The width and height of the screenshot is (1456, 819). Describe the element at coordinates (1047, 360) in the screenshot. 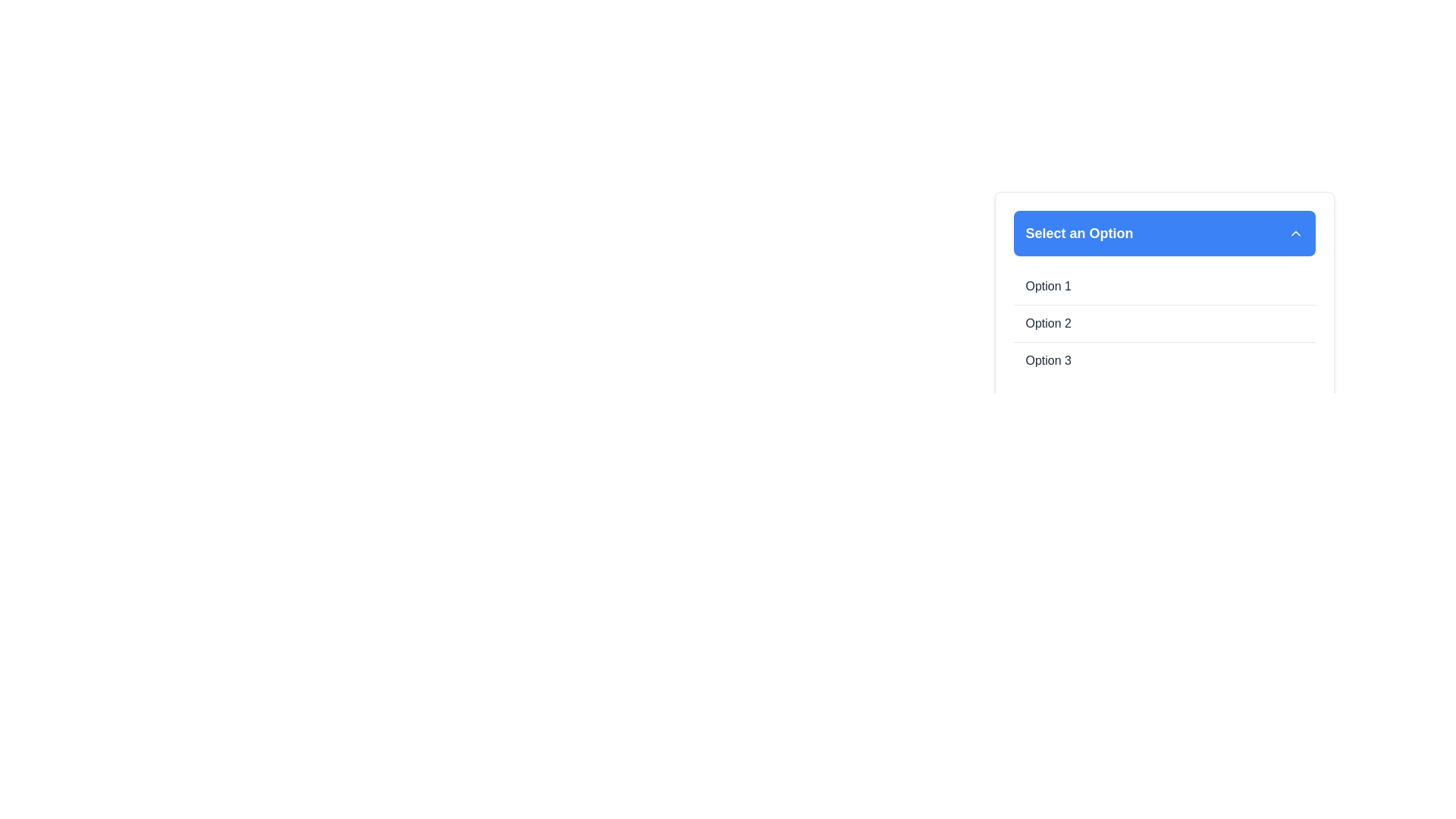

I see `the text label reading 'Option 3' in the dropdown menu` at that location.